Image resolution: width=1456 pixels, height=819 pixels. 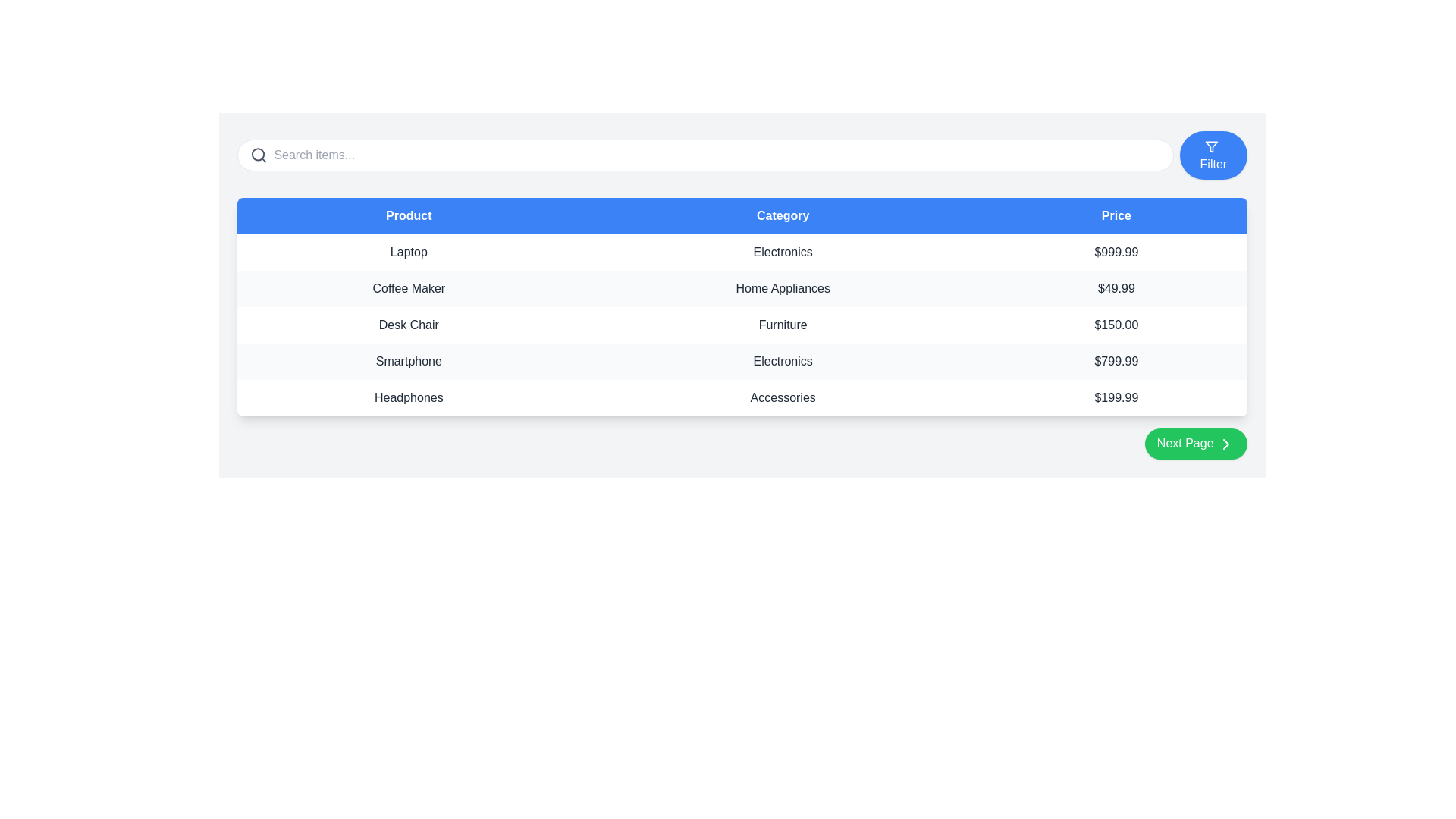 What do you see at coordinates (1226, 444) in the screenshot?
I see `the chevron arrow icon located at the right end of the 'Next Page' button with a green background` at bounding box center [1226, 444].